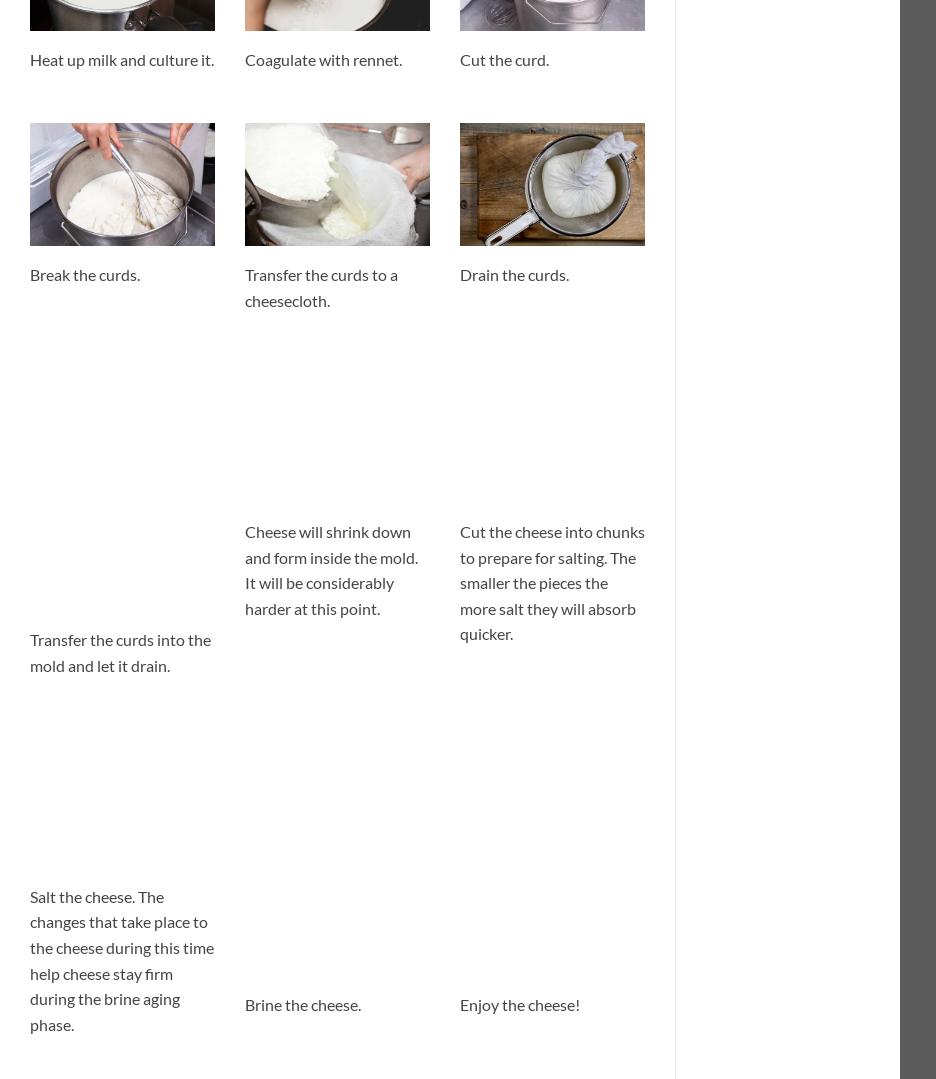  Describe the element at coordinates (330, 568) in the screenshot. I see `'Cheese will shrink down and form inside the mold. It will be considerably harder at this point.'` at that location.